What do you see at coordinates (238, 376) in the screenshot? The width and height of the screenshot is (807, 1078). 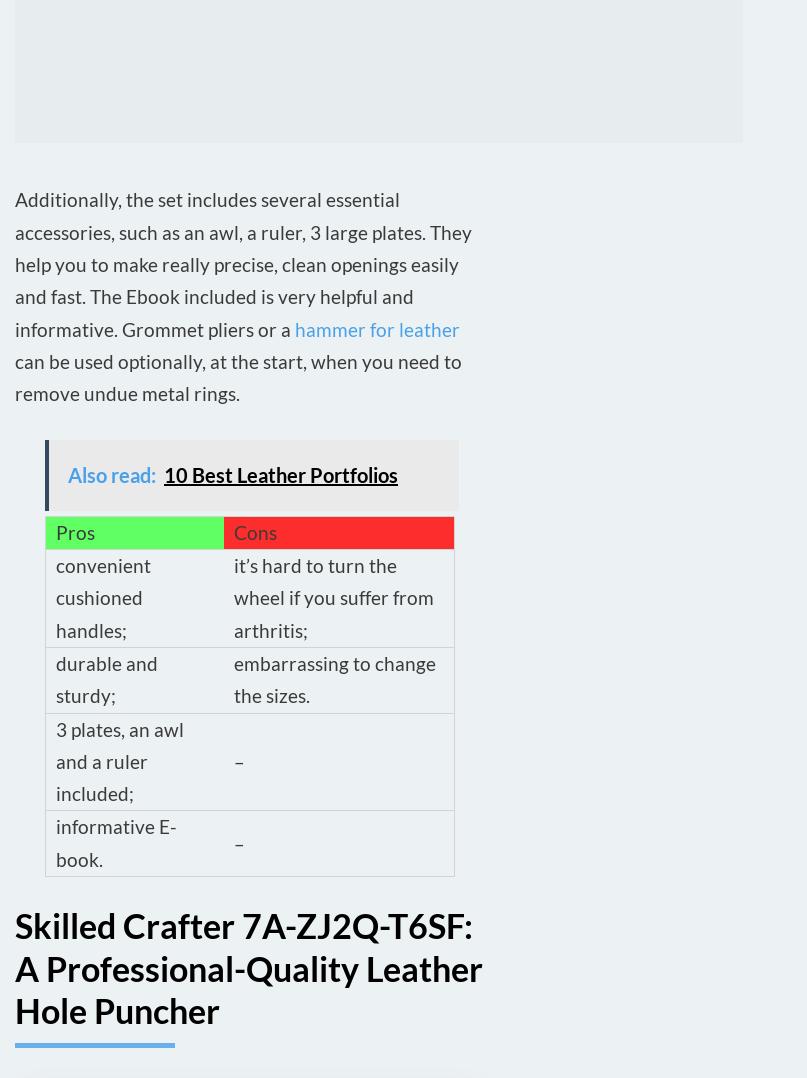 I see `'can be used optionally, at the start, when you need to remove undue metal rings.'` at bounding box center [238, 376].